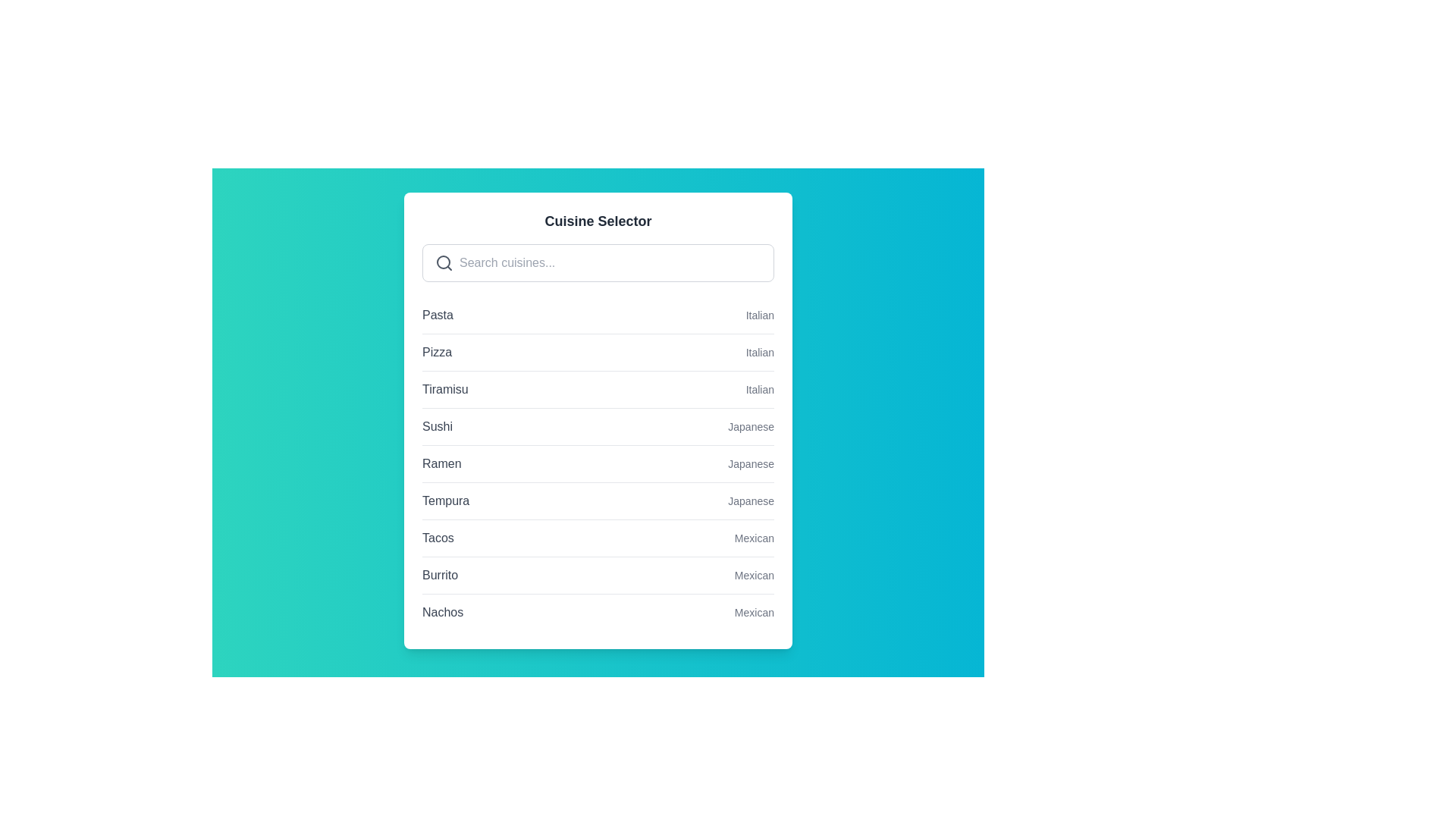 The width and height of the screenshot is (1456, 819). What do you see at coordinates (597, 315) in the screenshot?
I see `the list item entry labeled 'Pasta'` at bounding box center [597, 315].